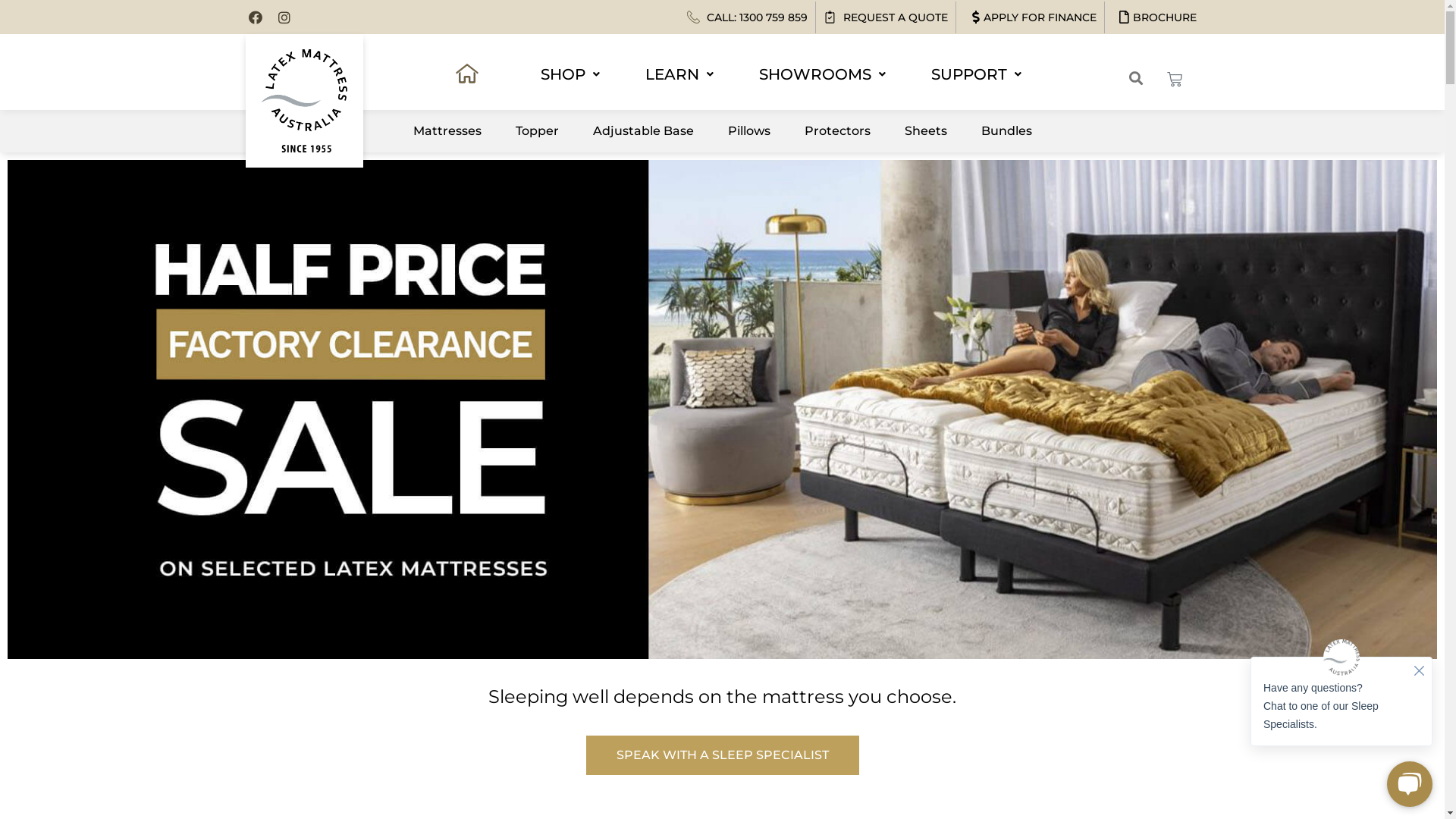 The width and height of the screenshot is (1456, 819). What do you see at coordinates (792, 130) in the screenshot?
I see `'Protectors'` at bounding box center [792, 130].